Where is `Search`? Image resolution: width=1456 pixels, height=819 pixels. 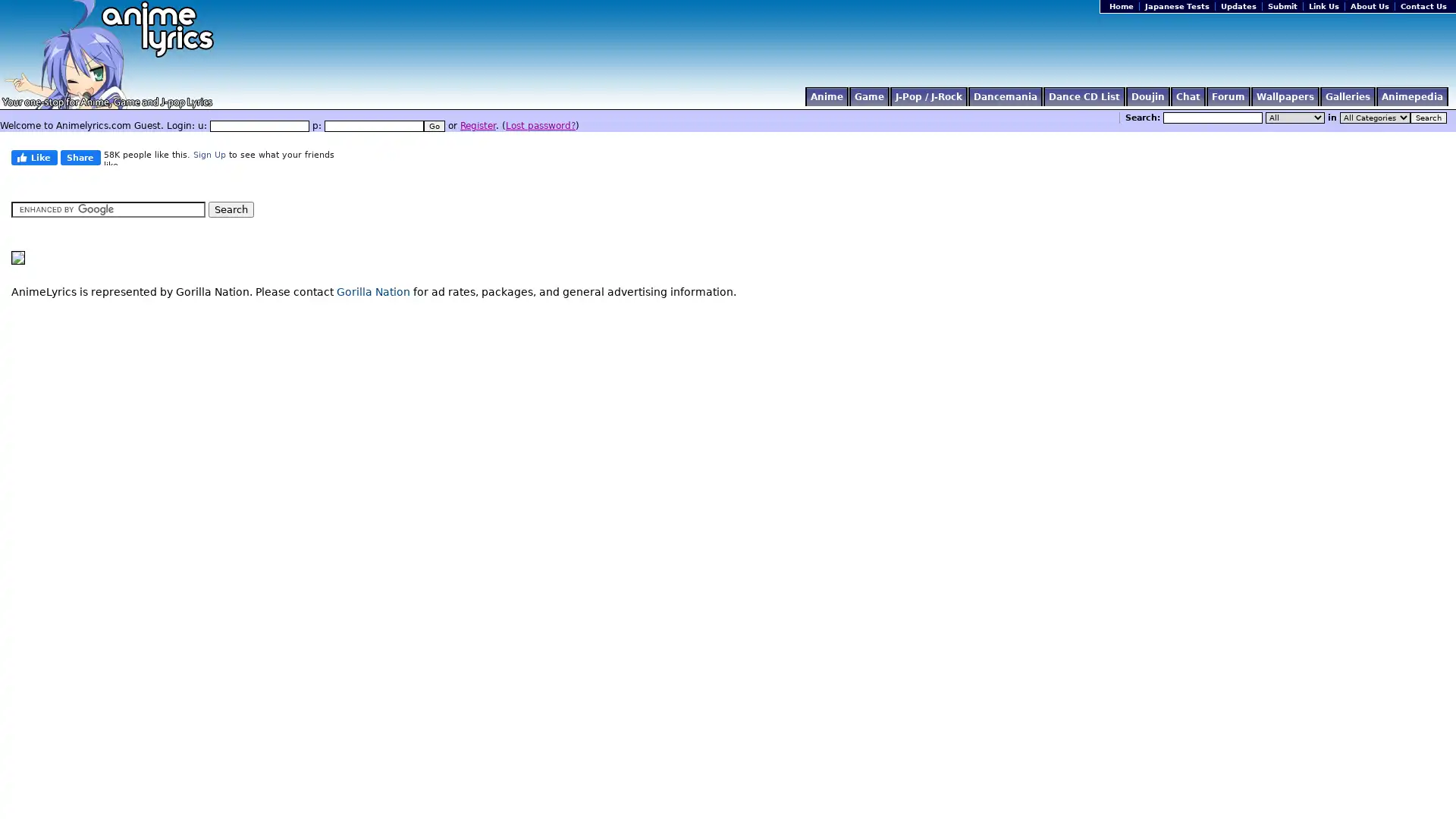
Search is located at coordinates (1427, 117).